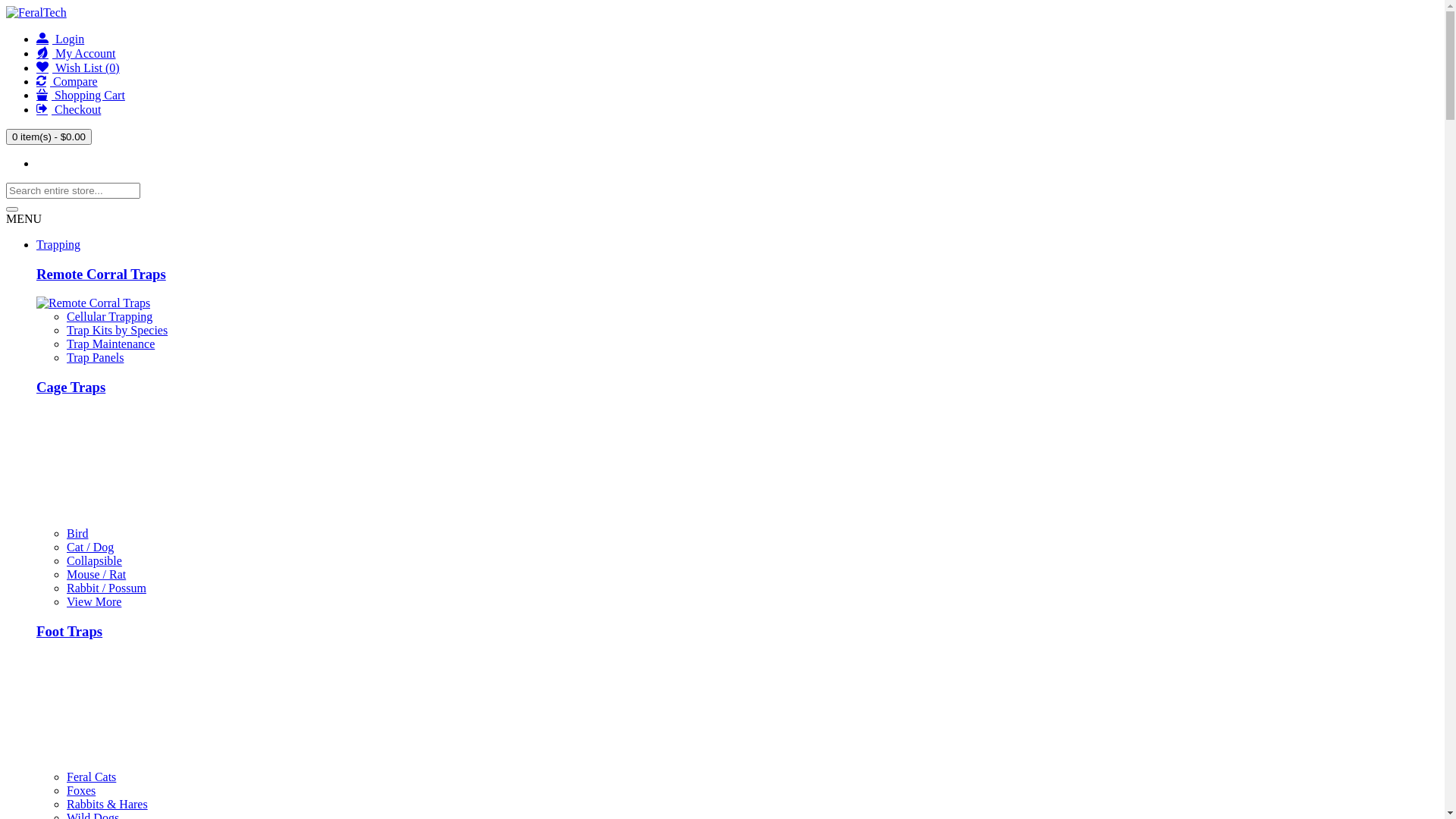  What do you see at coordinates (58, 243) in the screenshot?
I see `'Trapping'` at bounding box center [58, 243].